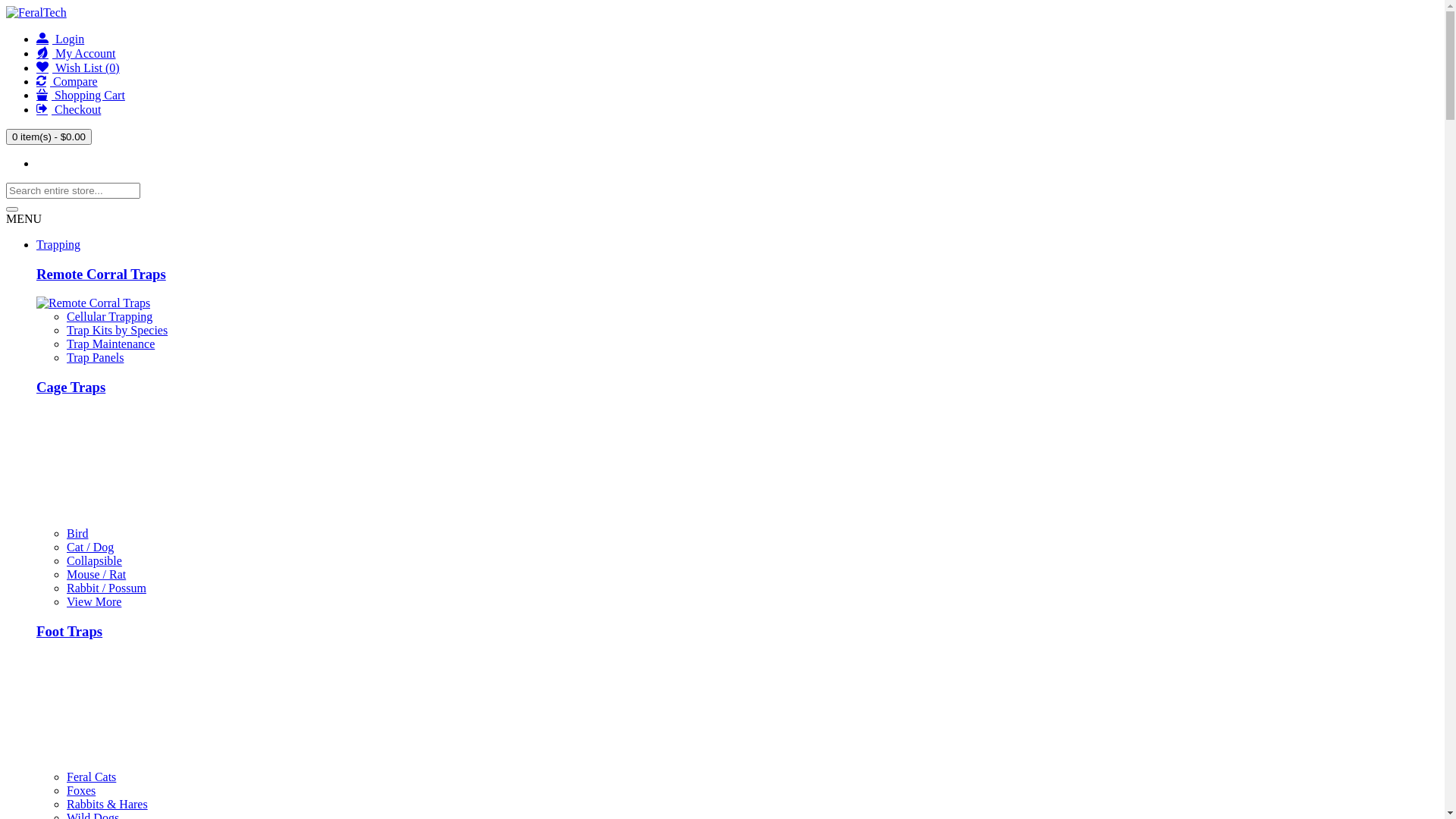  What do you see at coordinates (58, 243) in the screenshot?
I see `'Trapping'` at bounding box center [58, 243].